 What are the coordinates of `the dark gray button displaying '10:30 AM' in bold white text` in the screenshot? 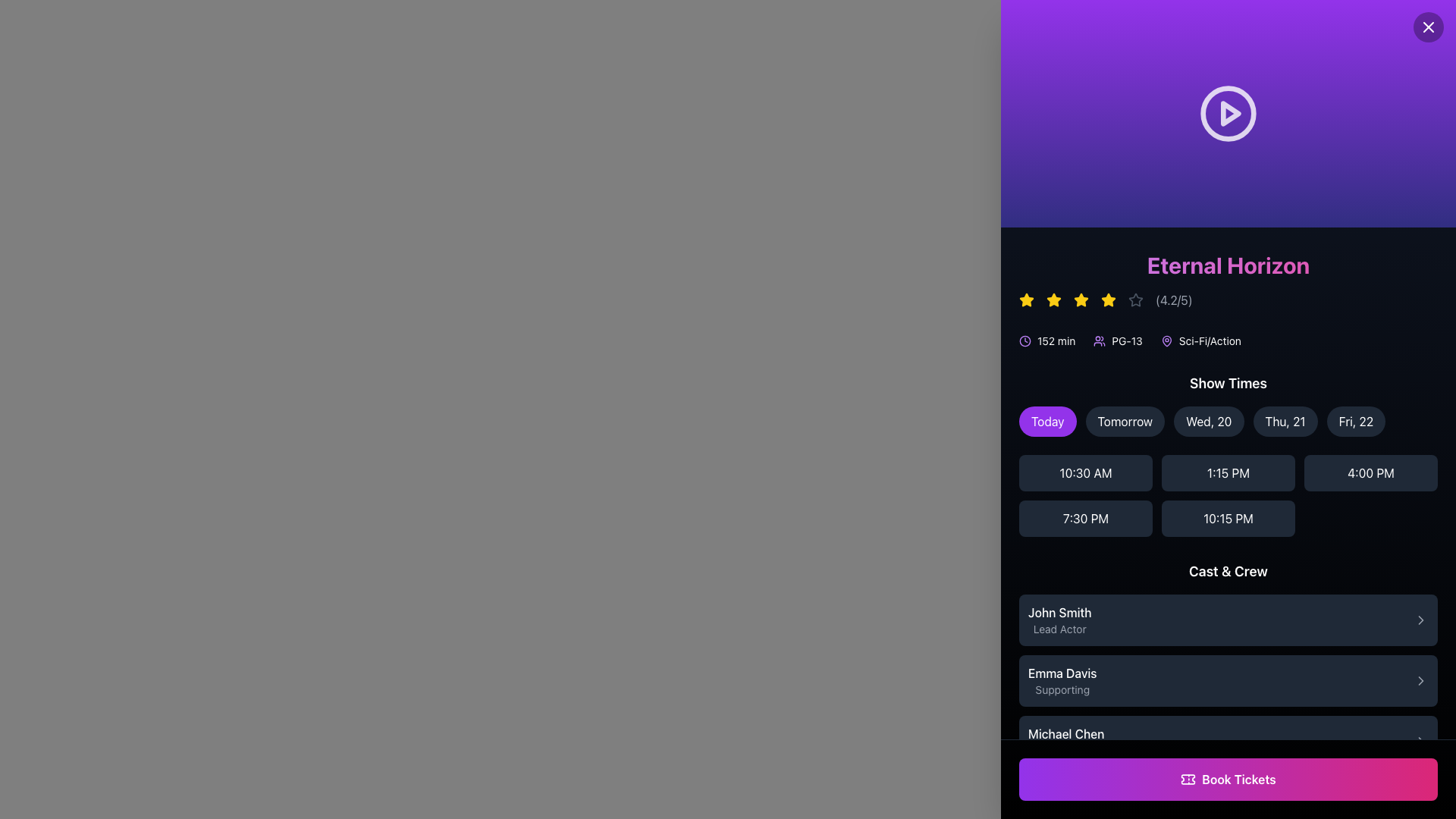 It's located at (1084, 472).